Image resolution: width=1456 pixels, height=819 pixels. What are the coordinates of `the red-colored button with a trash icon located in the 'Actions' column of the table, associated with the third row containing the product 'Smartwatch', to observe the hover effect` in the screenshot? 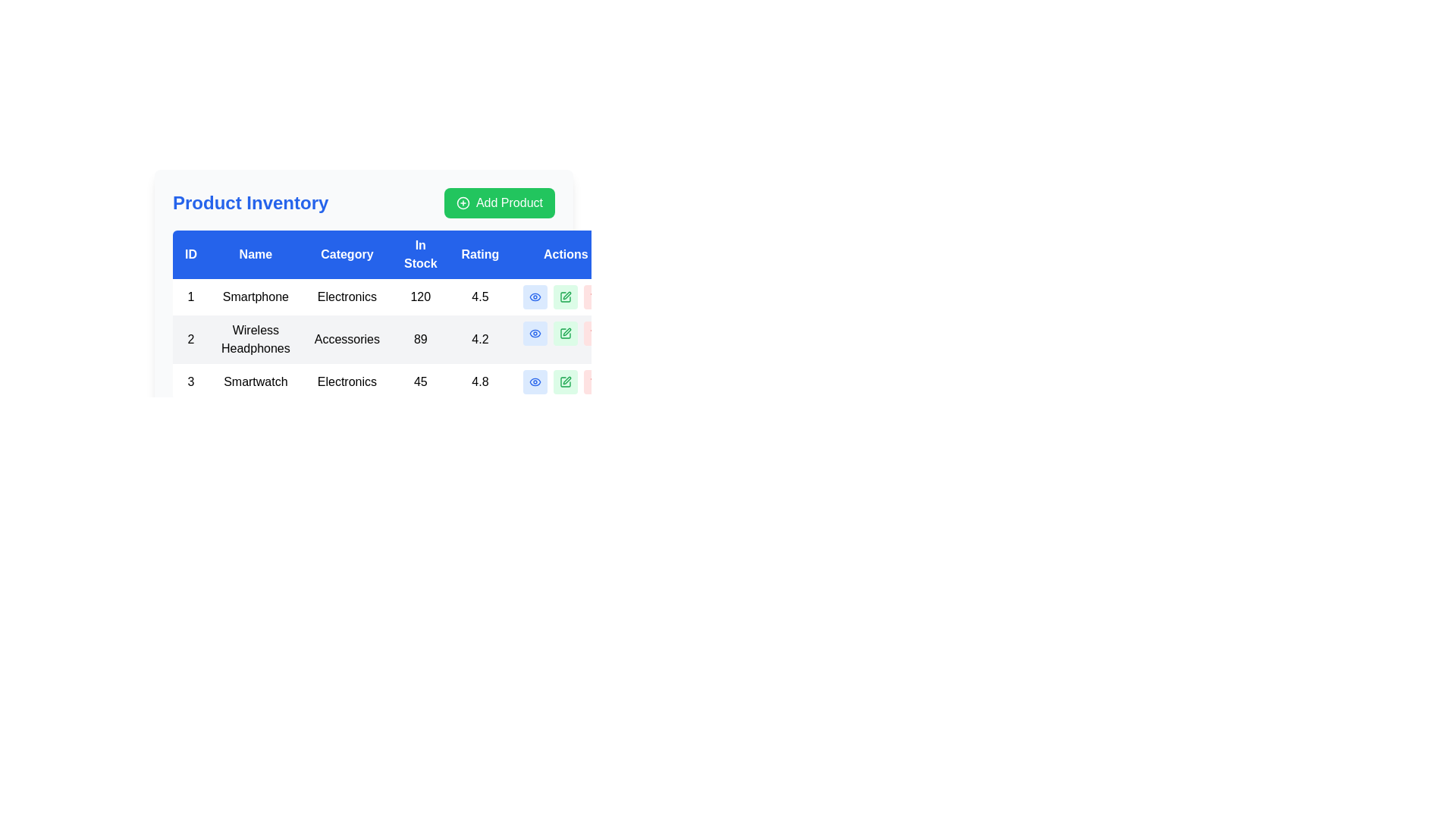 It's located at (595, 381).